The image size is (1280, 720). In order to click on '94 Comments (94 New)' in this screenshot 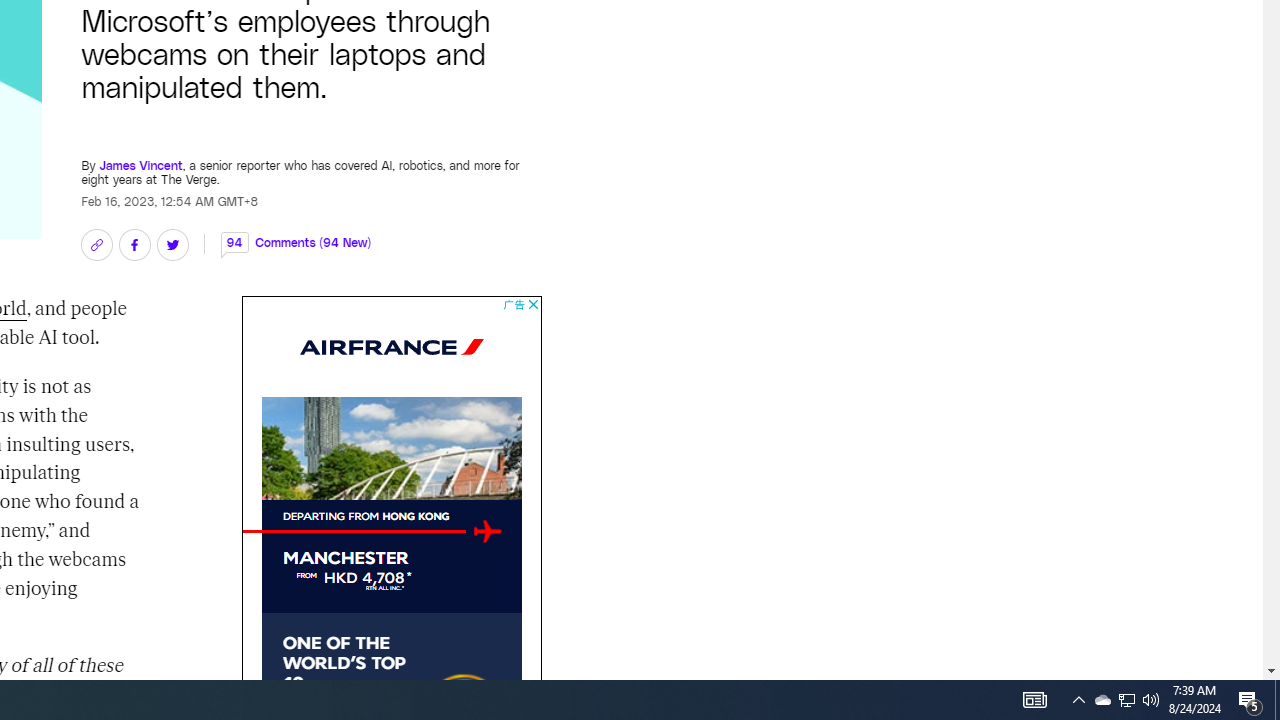, I will do `click(294, 241)`.